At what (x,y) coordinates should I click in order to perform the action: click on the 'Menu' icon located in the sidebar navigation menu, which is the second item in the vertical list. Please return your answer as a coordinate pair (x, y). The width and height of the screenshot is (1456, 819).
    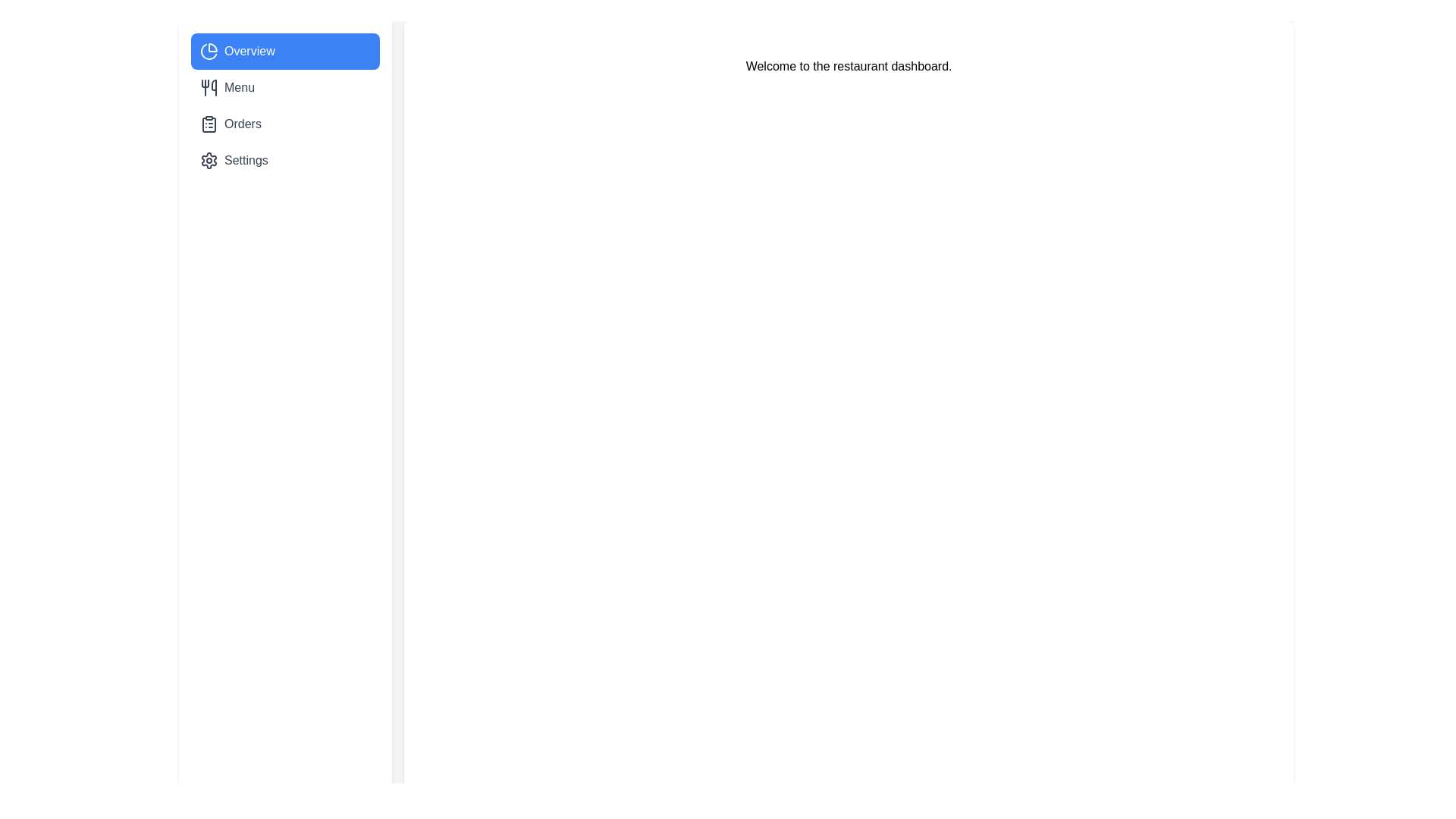
    Looking at the image, I should click on (208, 87).